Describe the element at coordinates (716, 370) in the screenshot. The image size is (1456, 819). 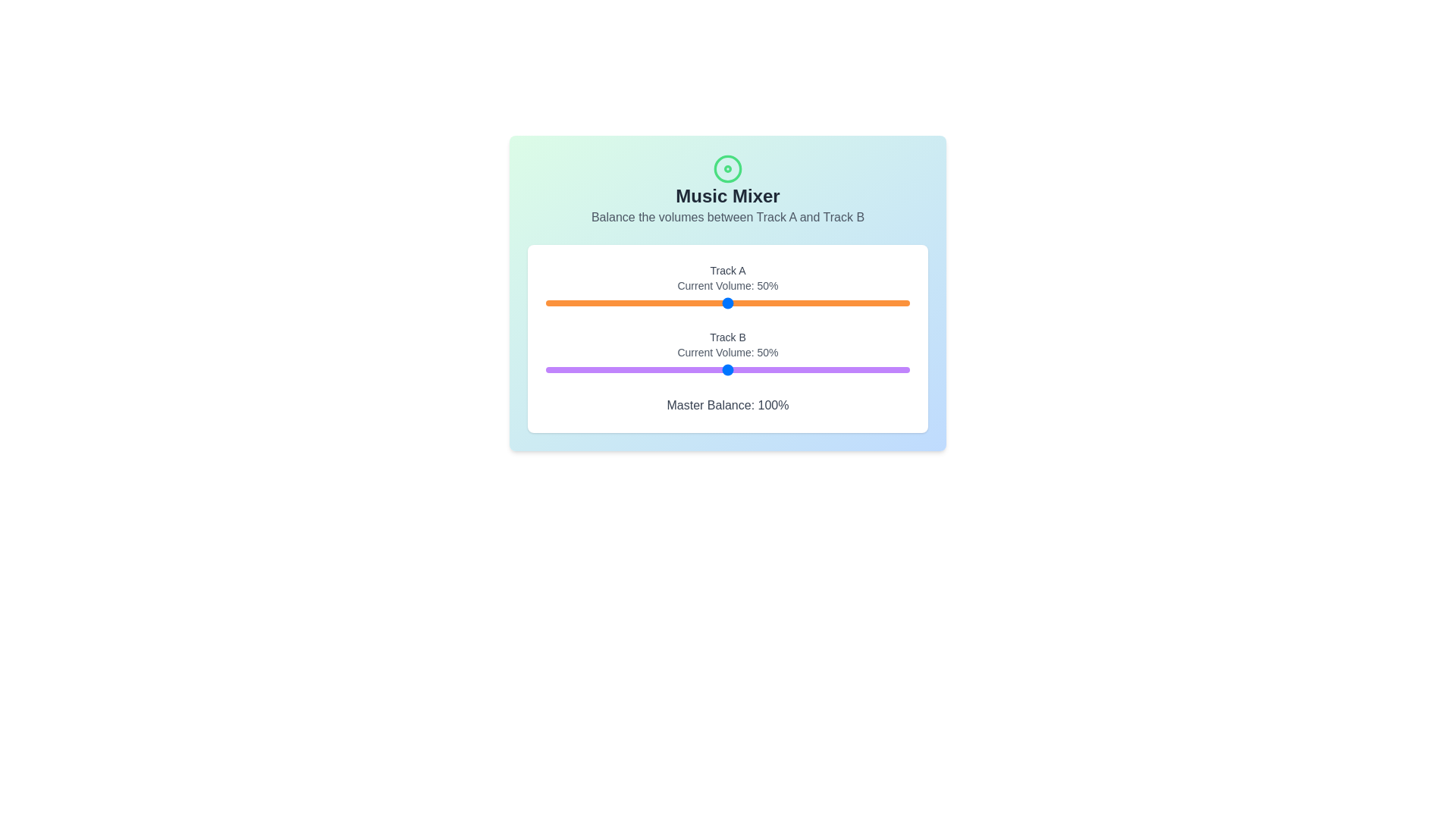
I see `the volume slider for Track B to 47%` at that location.